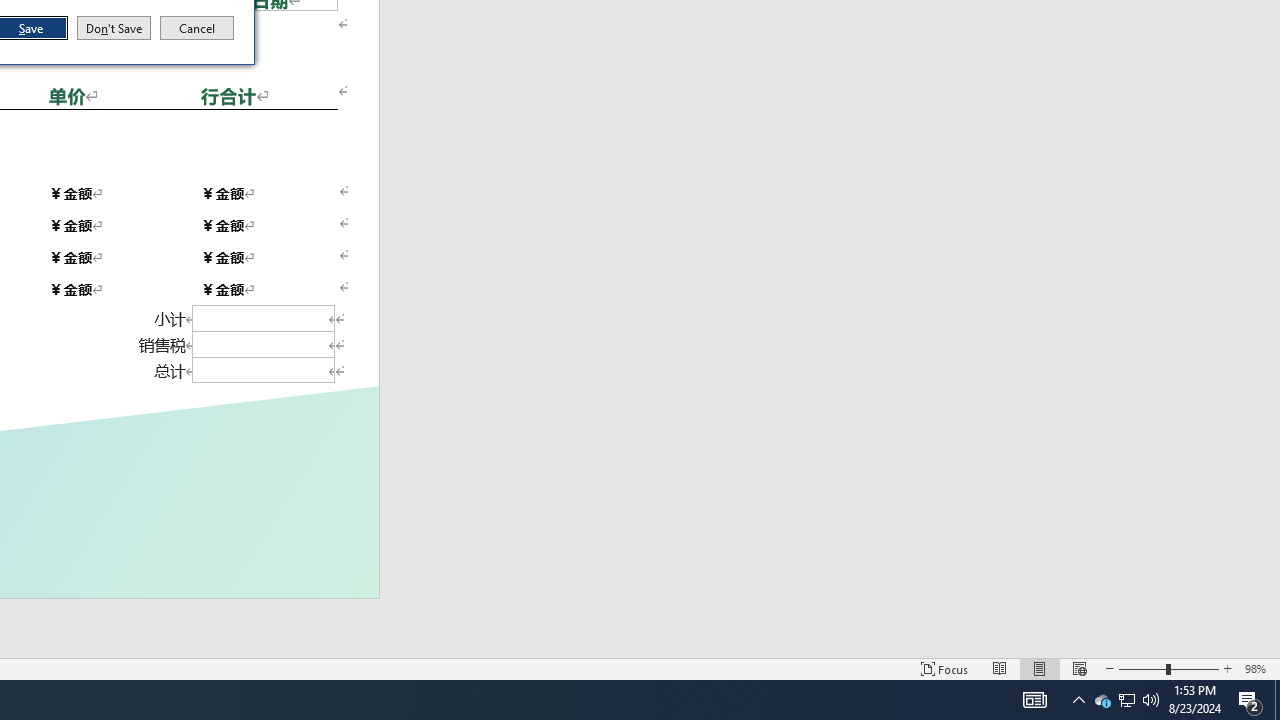 This screenshot has height=720, width=1280. I want to click on 'Zoom 98%', so click(1257, 669).